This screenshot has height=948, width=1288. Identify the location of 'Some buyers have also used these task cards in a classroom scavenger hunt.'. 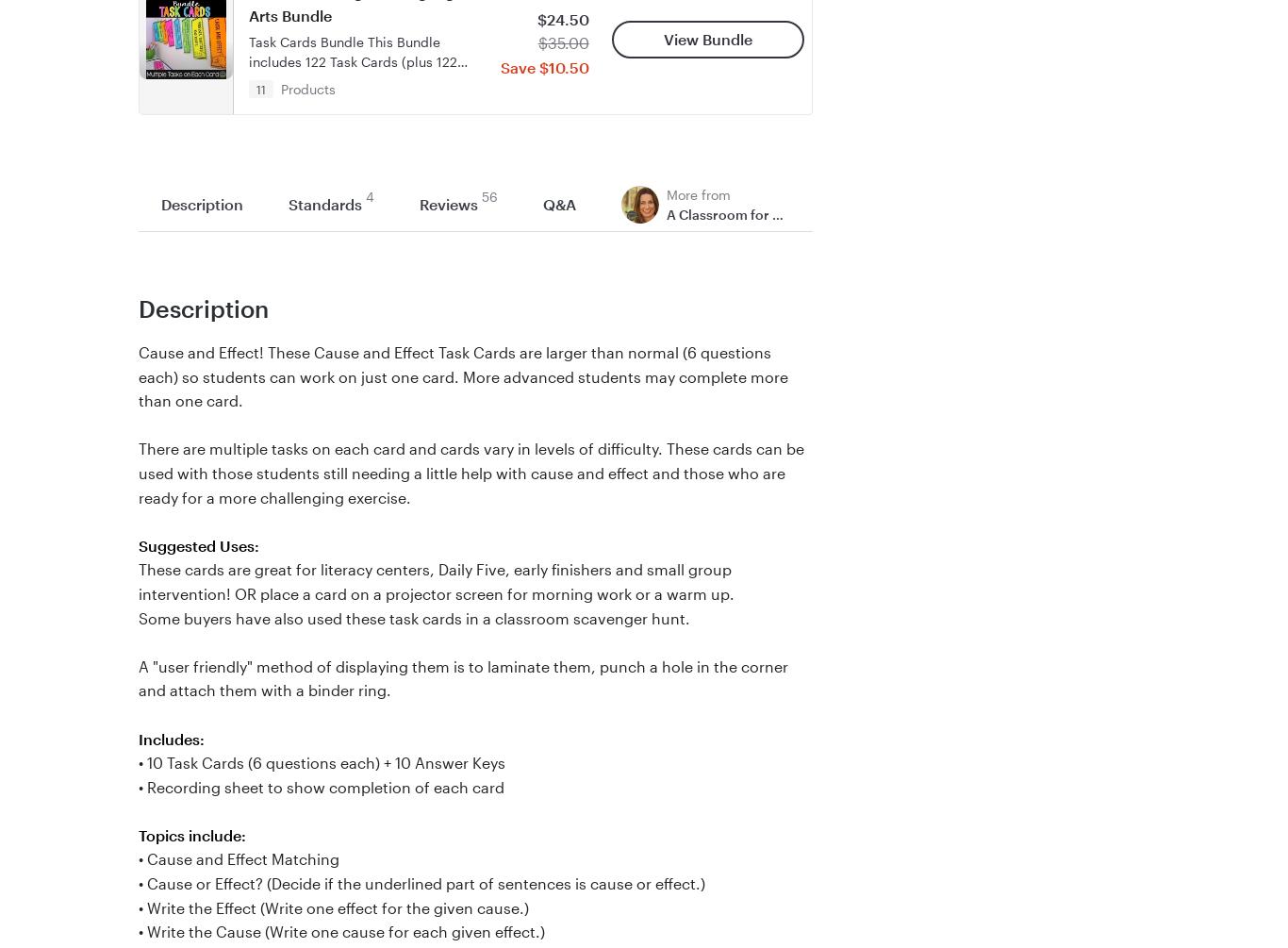
(137, 616).